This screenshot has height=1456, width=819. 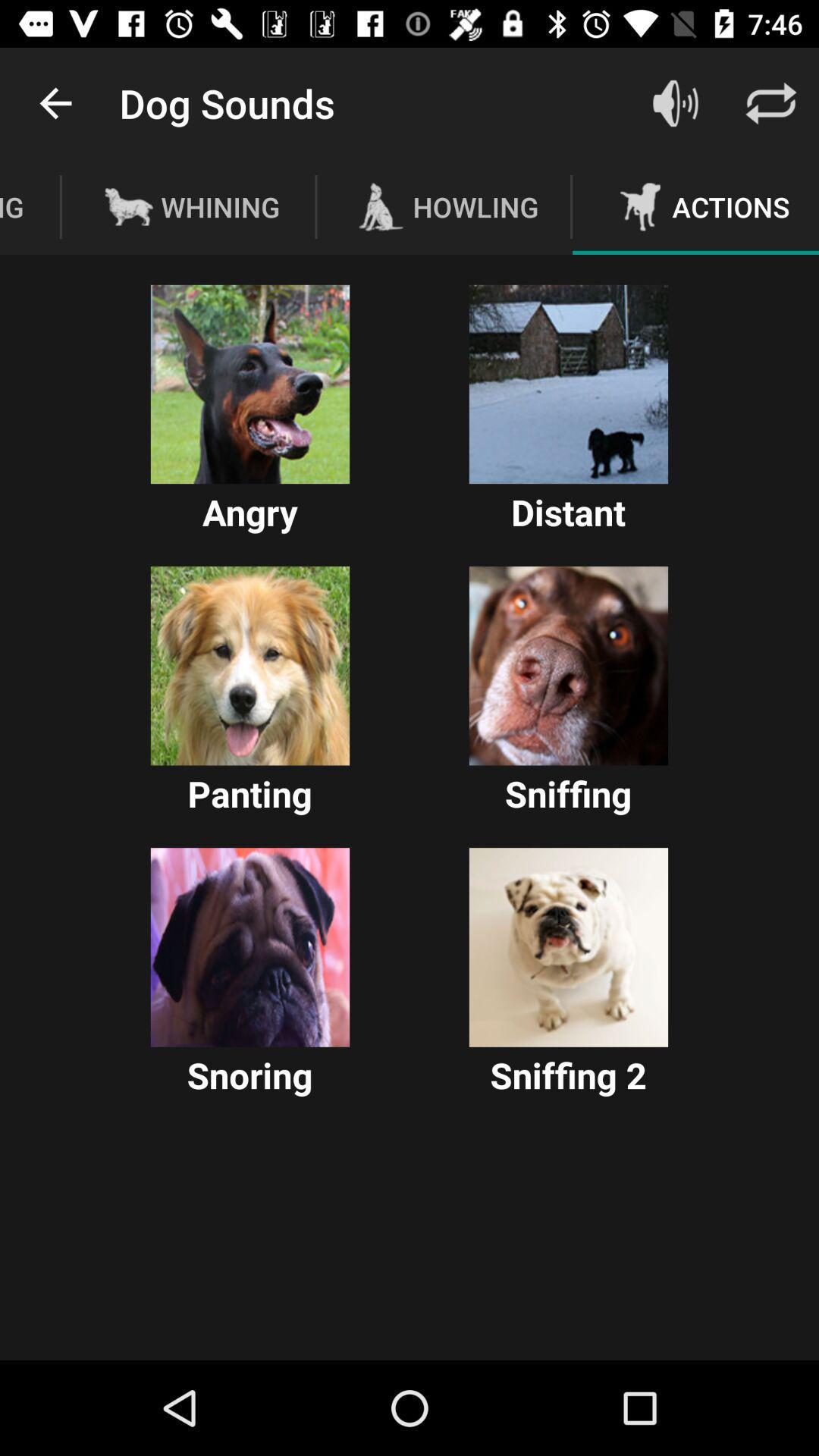 I want to click on the icon above actions, so click(x=675, y=102).